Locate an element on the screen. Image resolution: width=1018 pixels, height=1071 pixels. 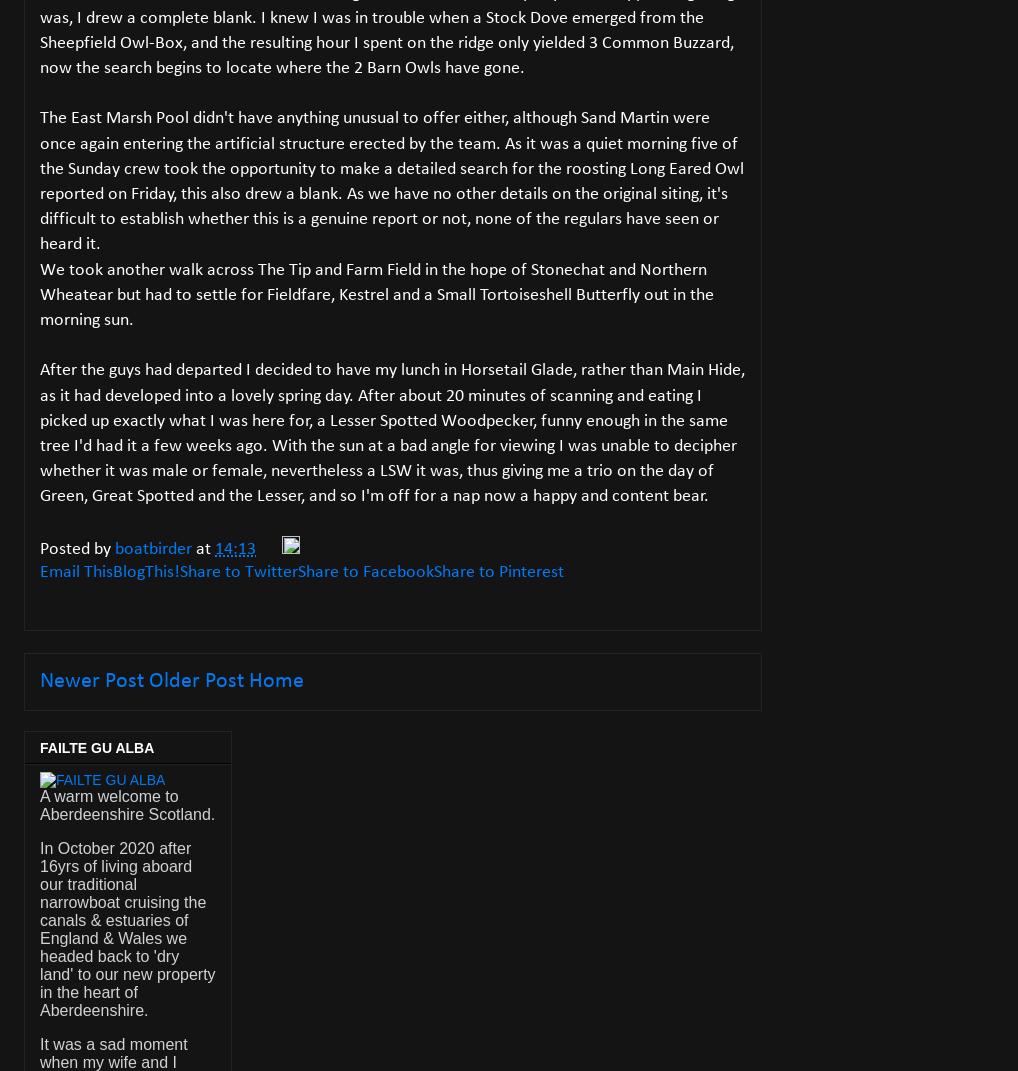
'Older Post' is located at coordinates (148, 680).